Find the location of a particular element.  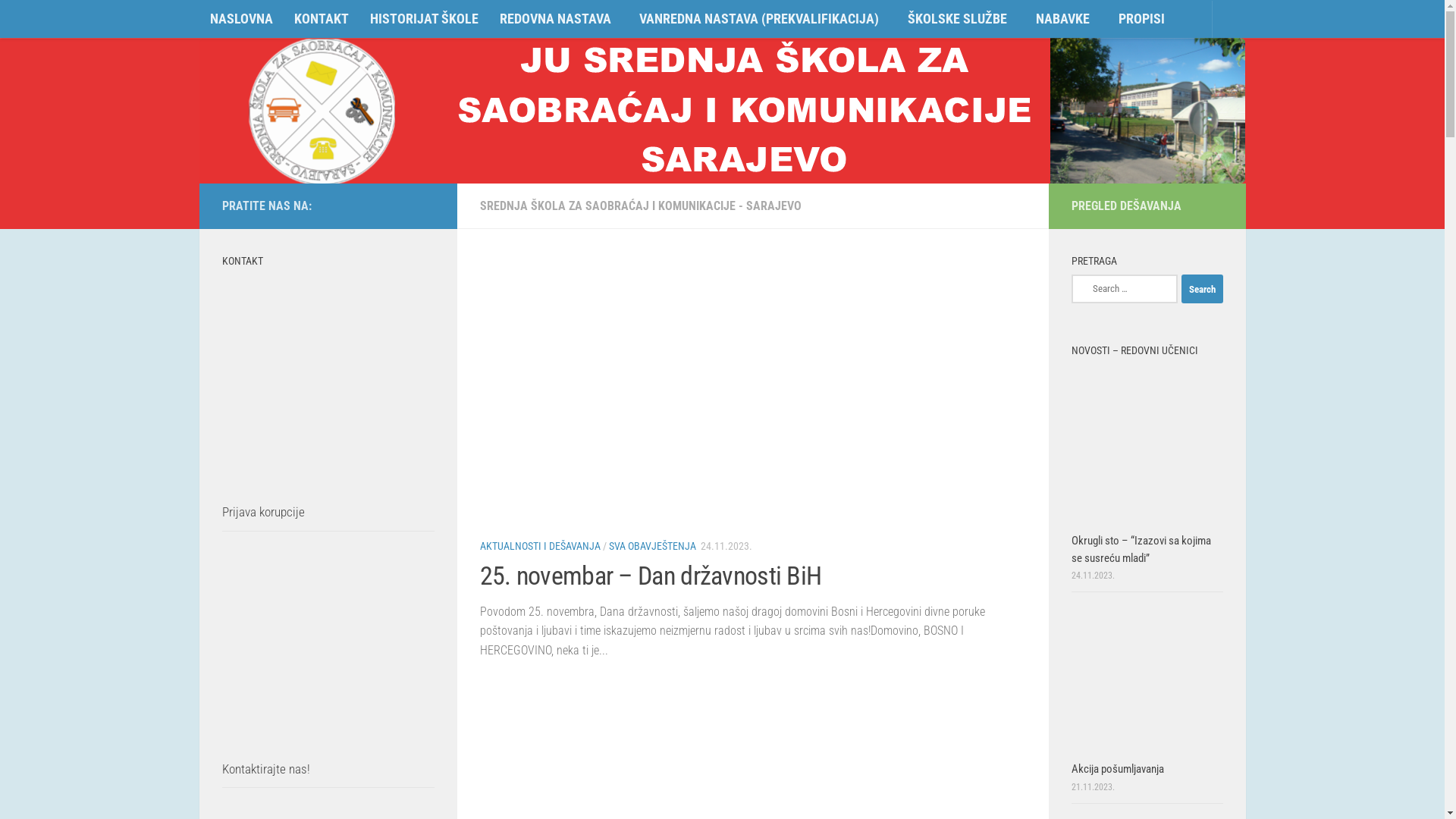

'Skip to content' is located at coordinates (3, 20).